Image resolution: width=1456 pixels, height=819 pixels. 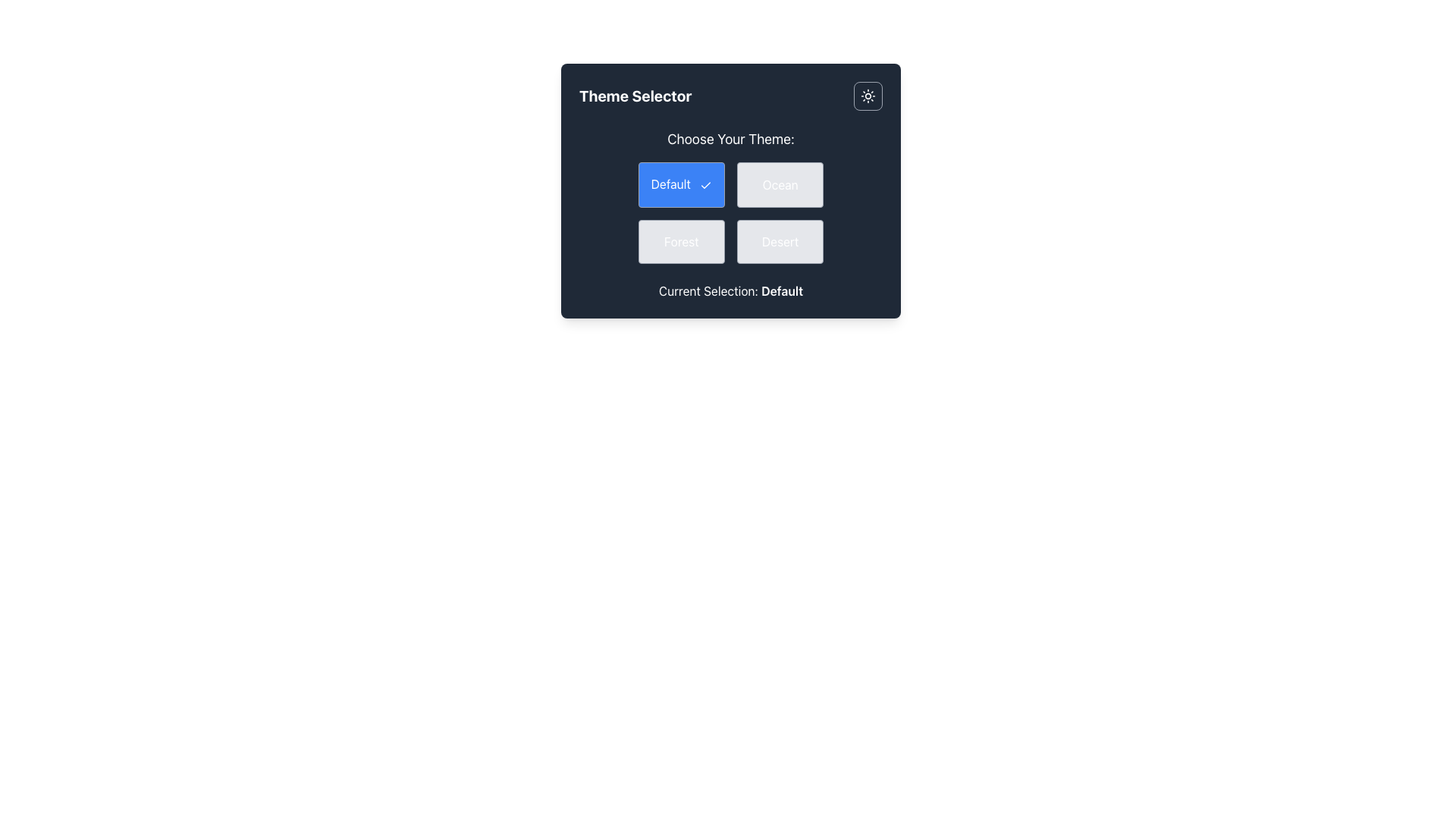 What do you see at coordinates (780, 184) in the screenshot?
I see `the rectangular button labeled 'Ocean' with rounded corners` at bounding box center [780, 184].